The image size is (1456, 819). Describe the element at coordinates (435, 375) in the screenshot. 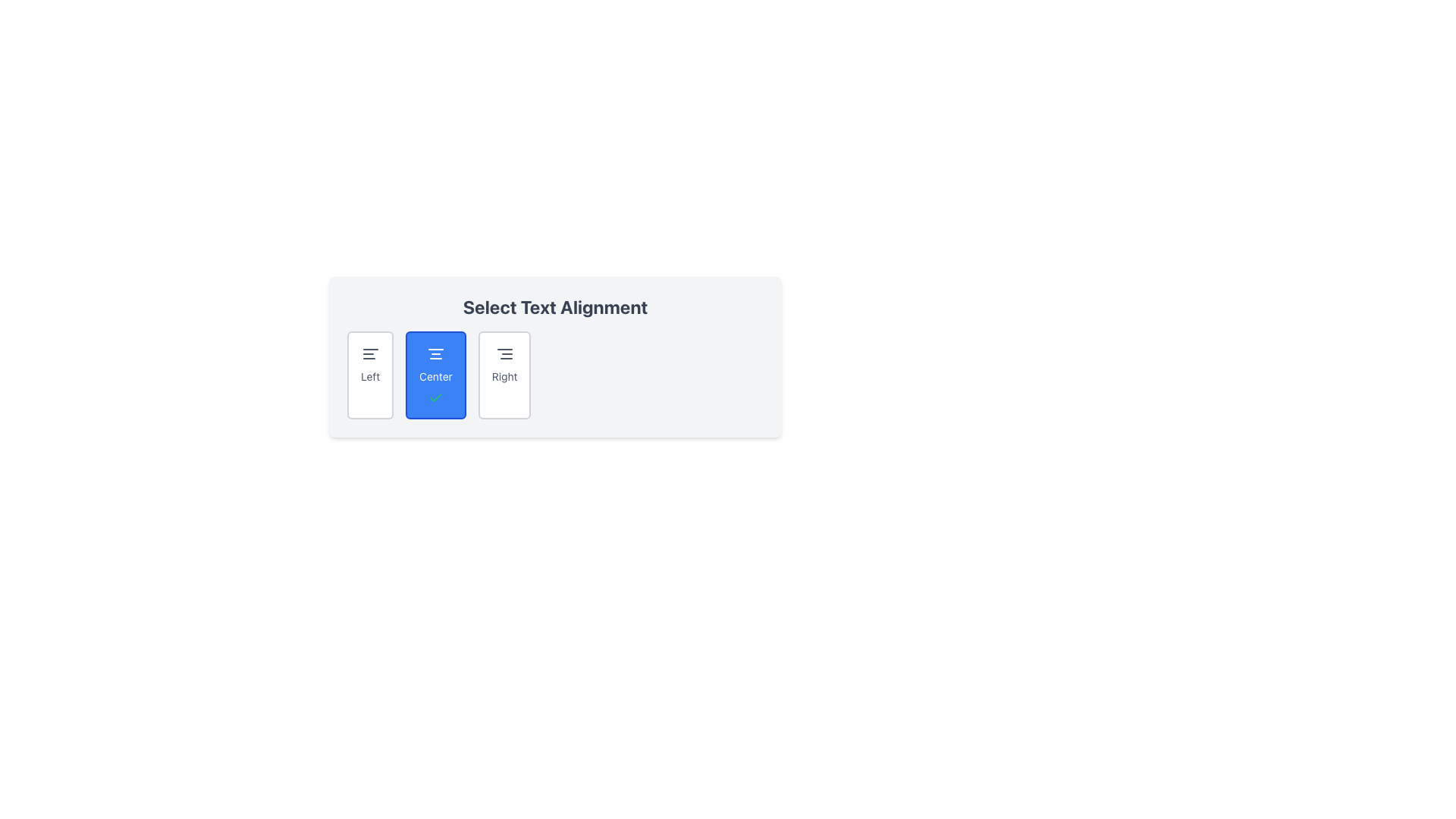

I see `the blue button labeled 'Center,' which is the middle button in a row of three buttons below the 'Select Text Alignment' title` at that location.